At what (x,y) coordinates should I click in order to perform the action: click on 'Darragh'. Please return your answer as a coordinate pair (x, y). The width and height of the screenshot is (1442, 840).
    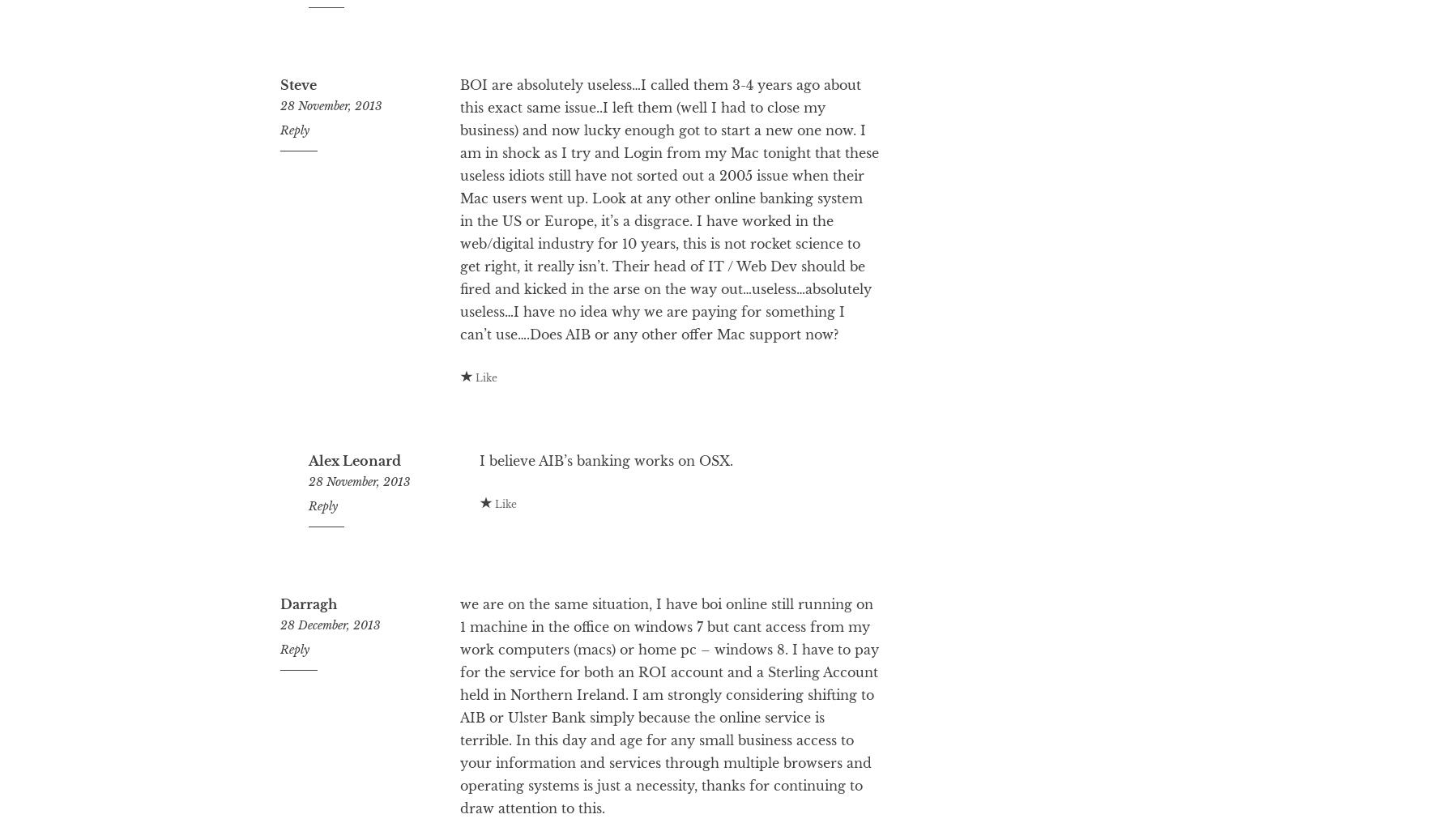
    Looking at the image, I should click on (307, 668).